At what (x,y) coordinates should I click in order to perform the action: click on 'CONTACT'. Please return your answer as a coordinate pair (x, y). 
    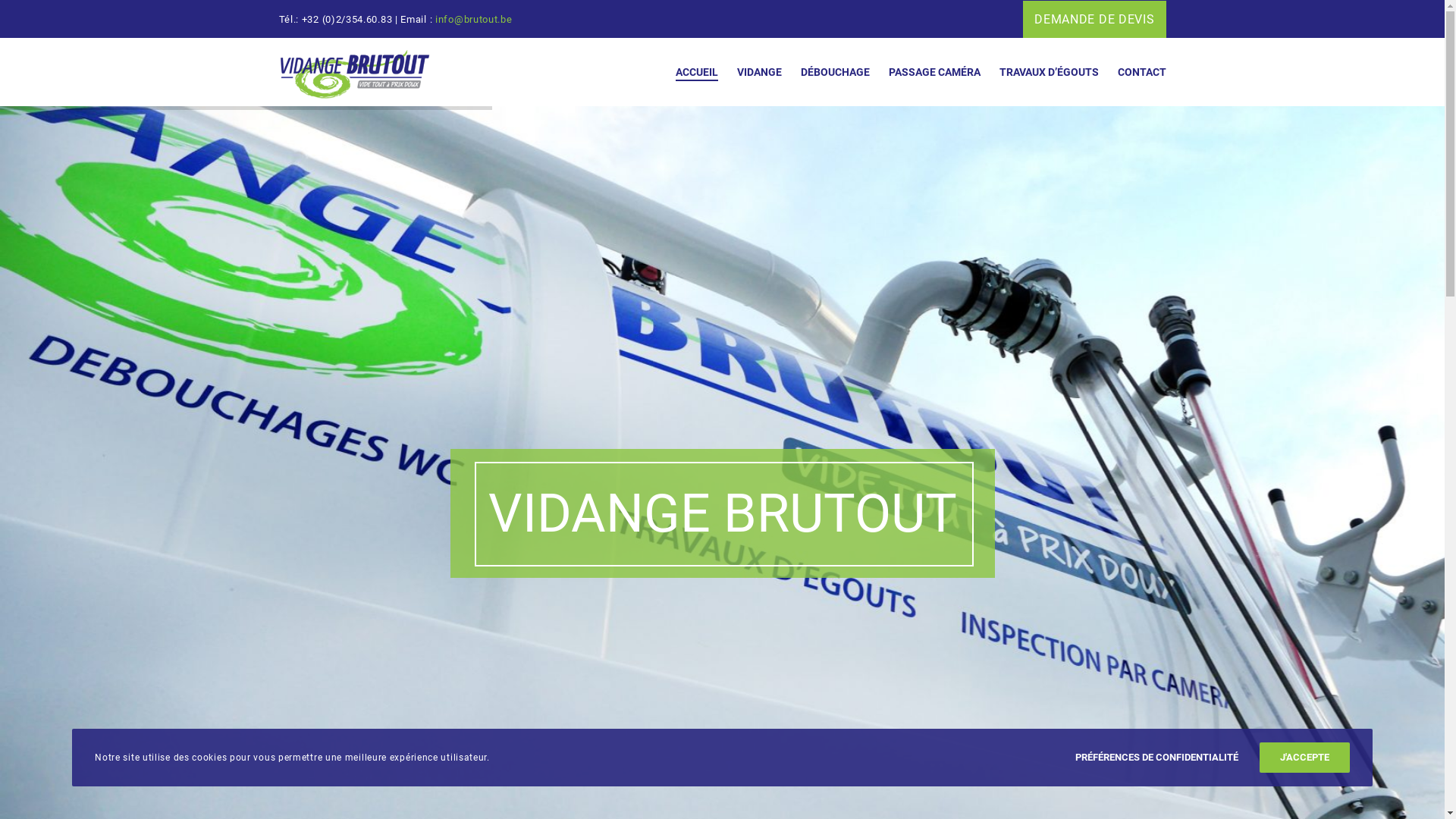
    Looking at the image, I should click on (1131, 72).